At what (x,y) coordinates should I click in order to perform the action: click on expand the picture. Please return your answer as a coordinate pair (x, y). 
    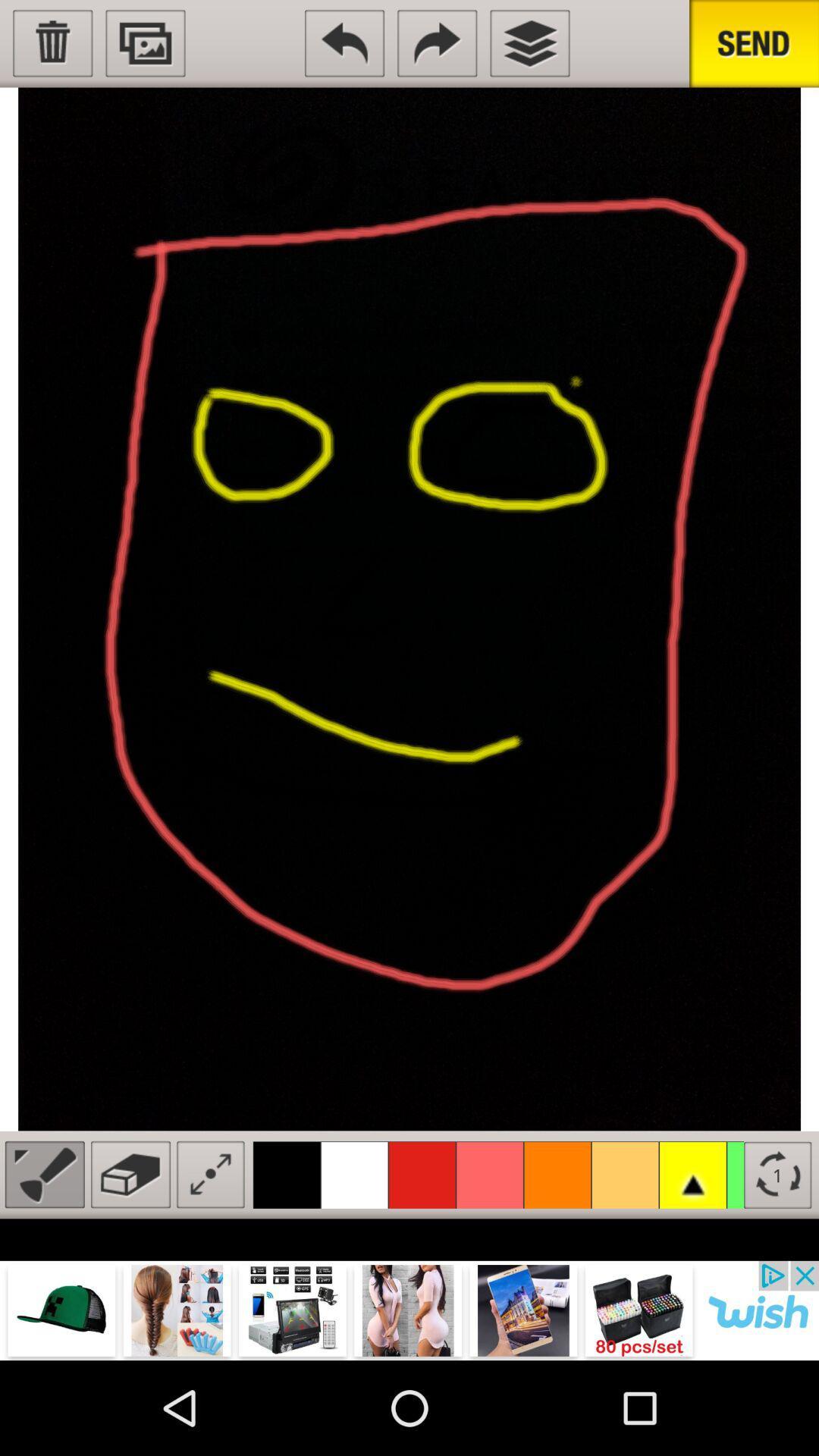
    Looking at the image, I should click on (210, 1174).